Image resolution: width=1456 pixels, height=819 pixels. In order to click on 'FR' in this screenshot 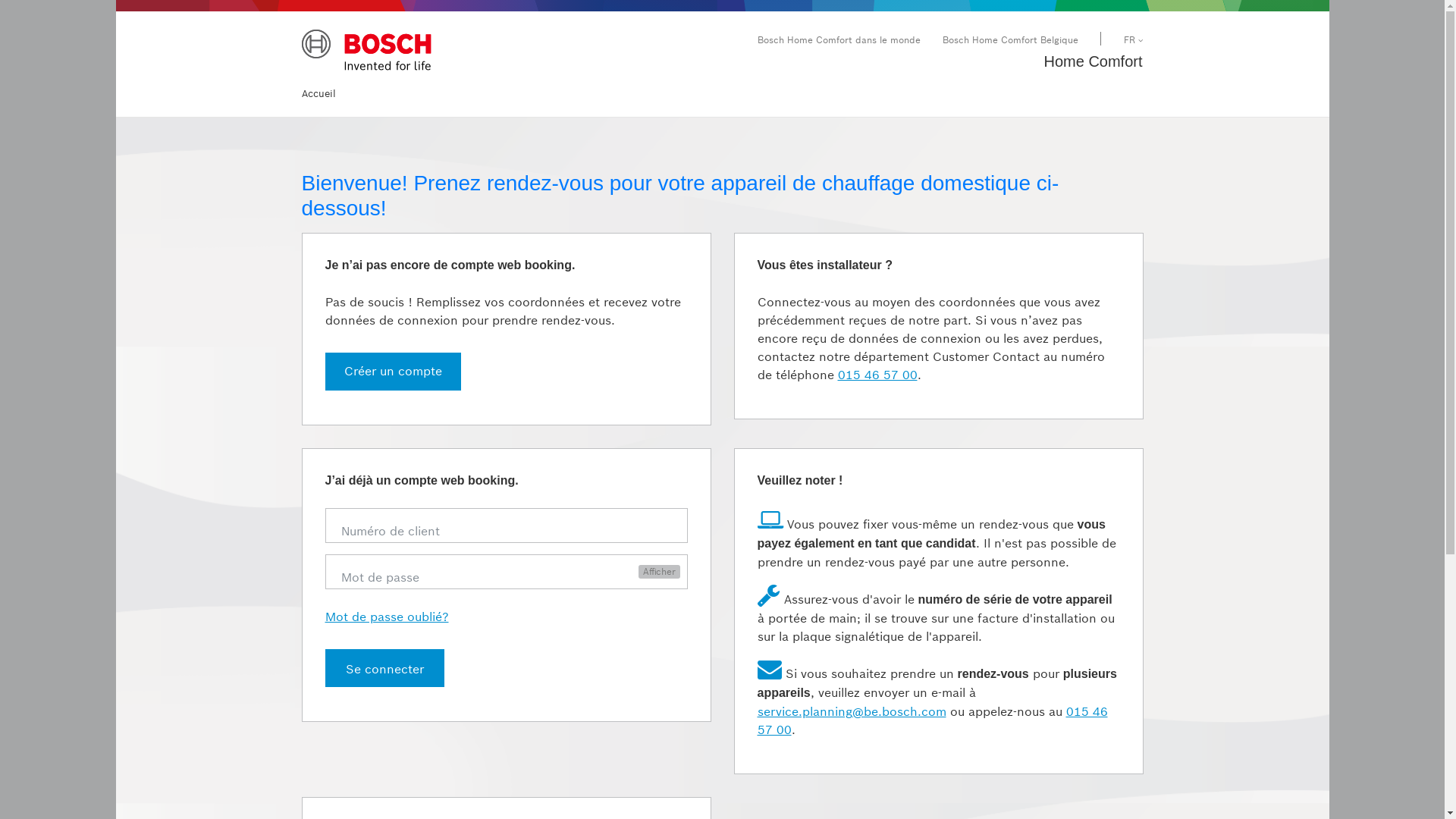, I will do `click(1133, 39)`.